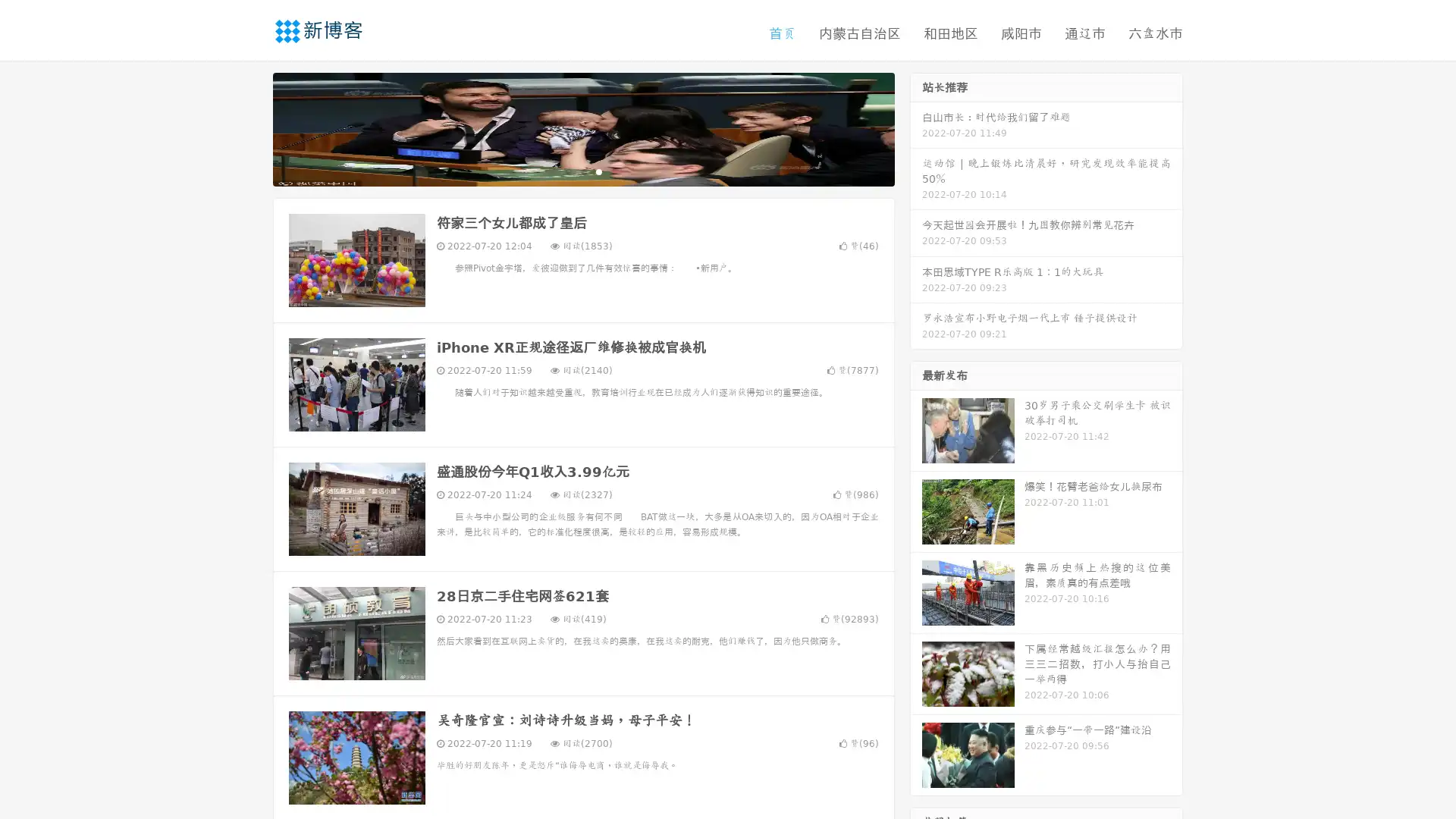 The height and width of the screenshot is (819, 1456). What do you see at coordinates (916, 127) in the screenshot?
I see `Next slide` at bounding box center [916, 127].